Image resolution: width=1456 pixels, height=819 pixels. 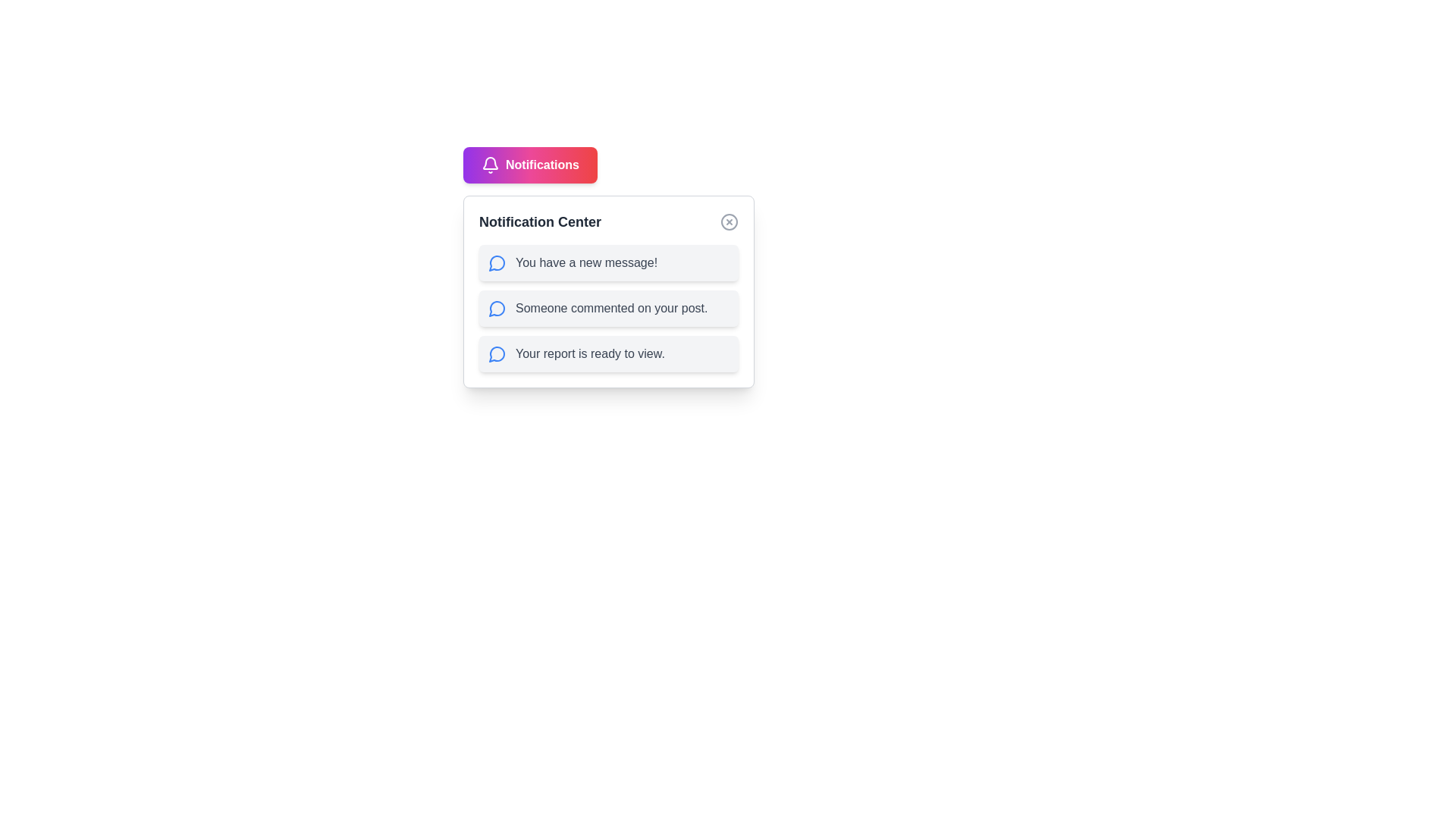 I want to click on the decorative circle of the close button located at the top-right corner of the notification panel, so click(x=729, y=222).